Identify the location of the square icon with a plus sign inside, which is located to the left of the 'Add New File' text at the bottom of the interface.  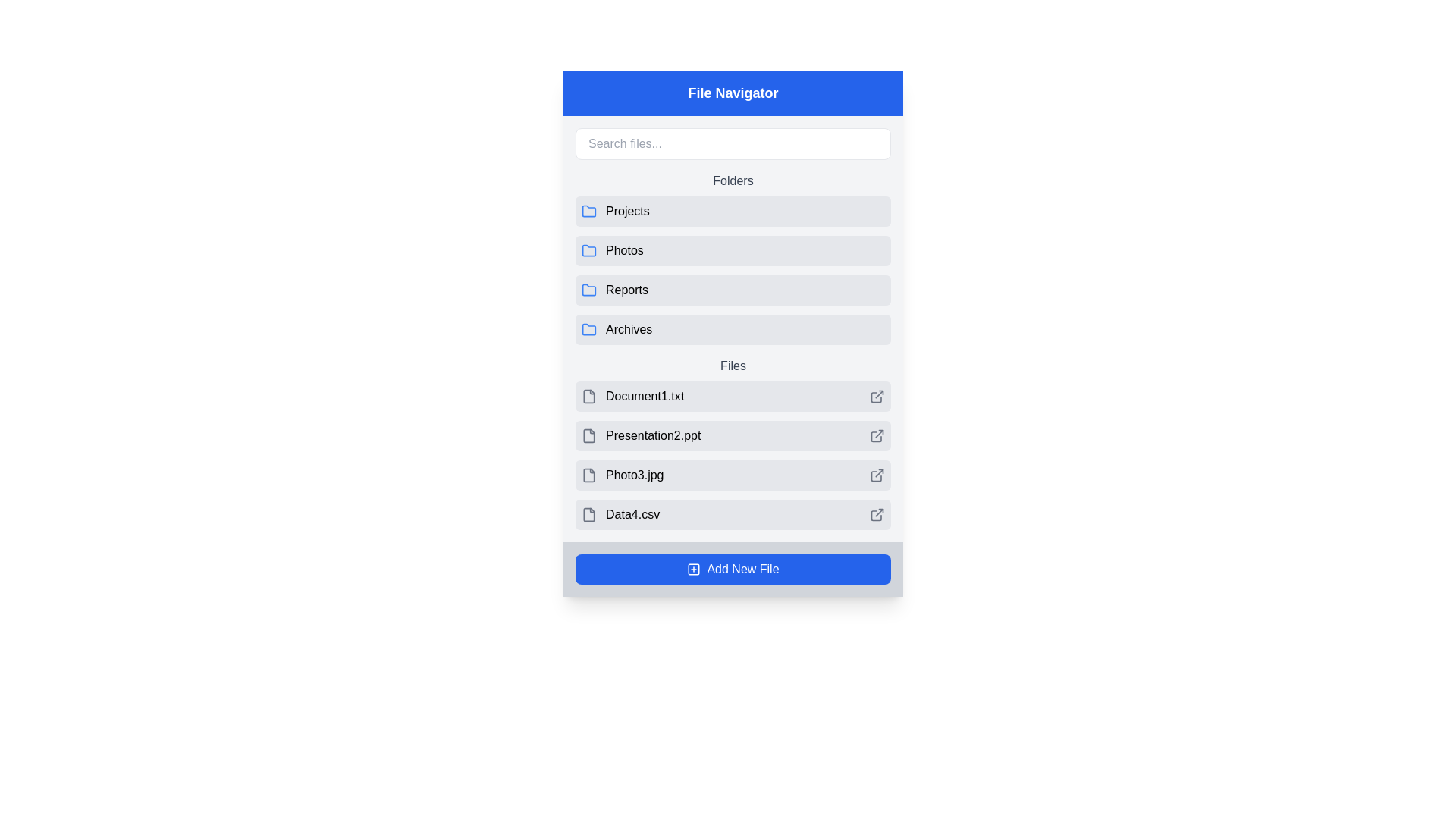
(693, 570).